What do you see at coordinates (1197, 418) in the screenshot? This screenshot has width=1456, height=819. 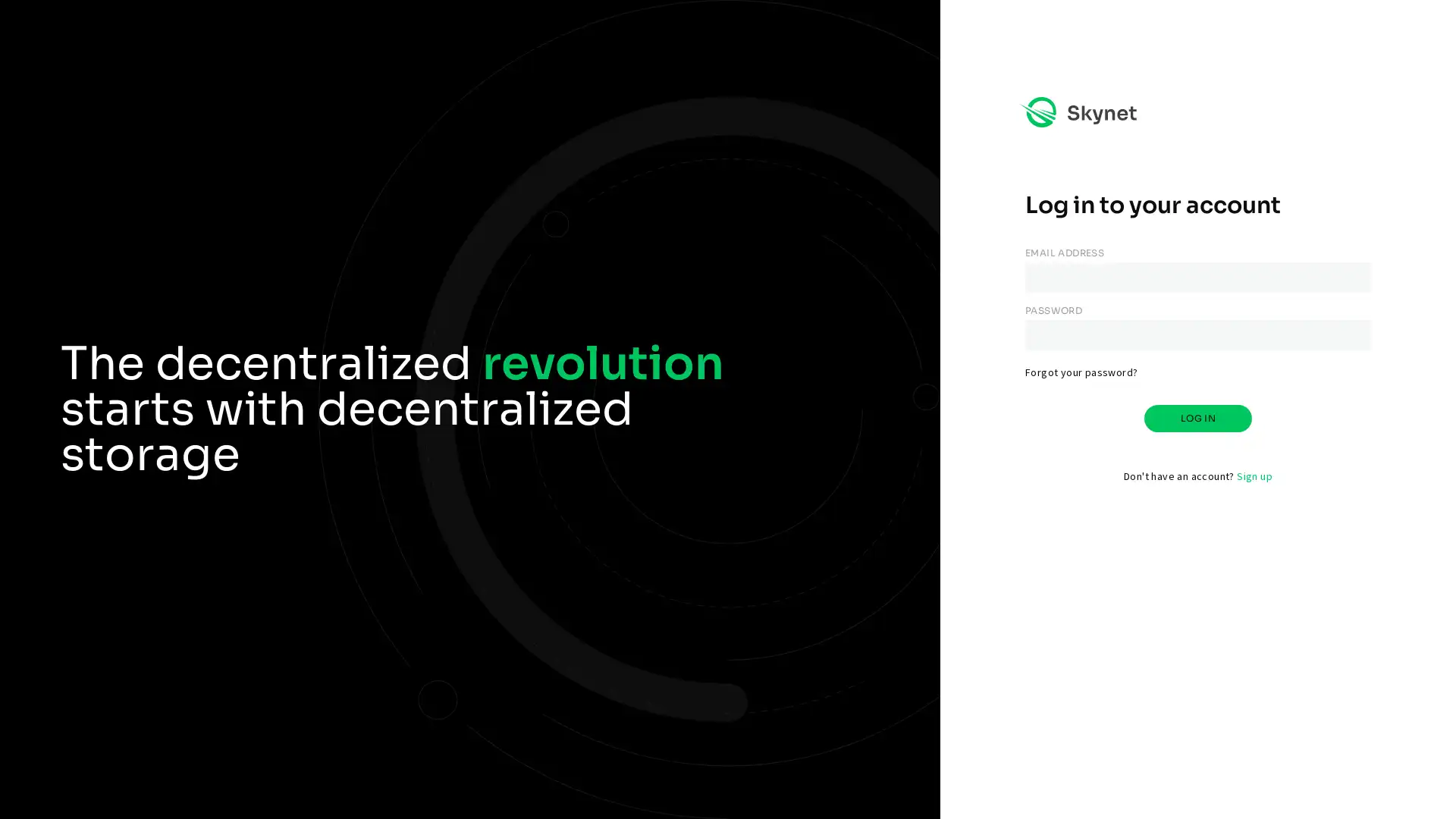 I see `LOG IN` at bounding box center [1197, 418].